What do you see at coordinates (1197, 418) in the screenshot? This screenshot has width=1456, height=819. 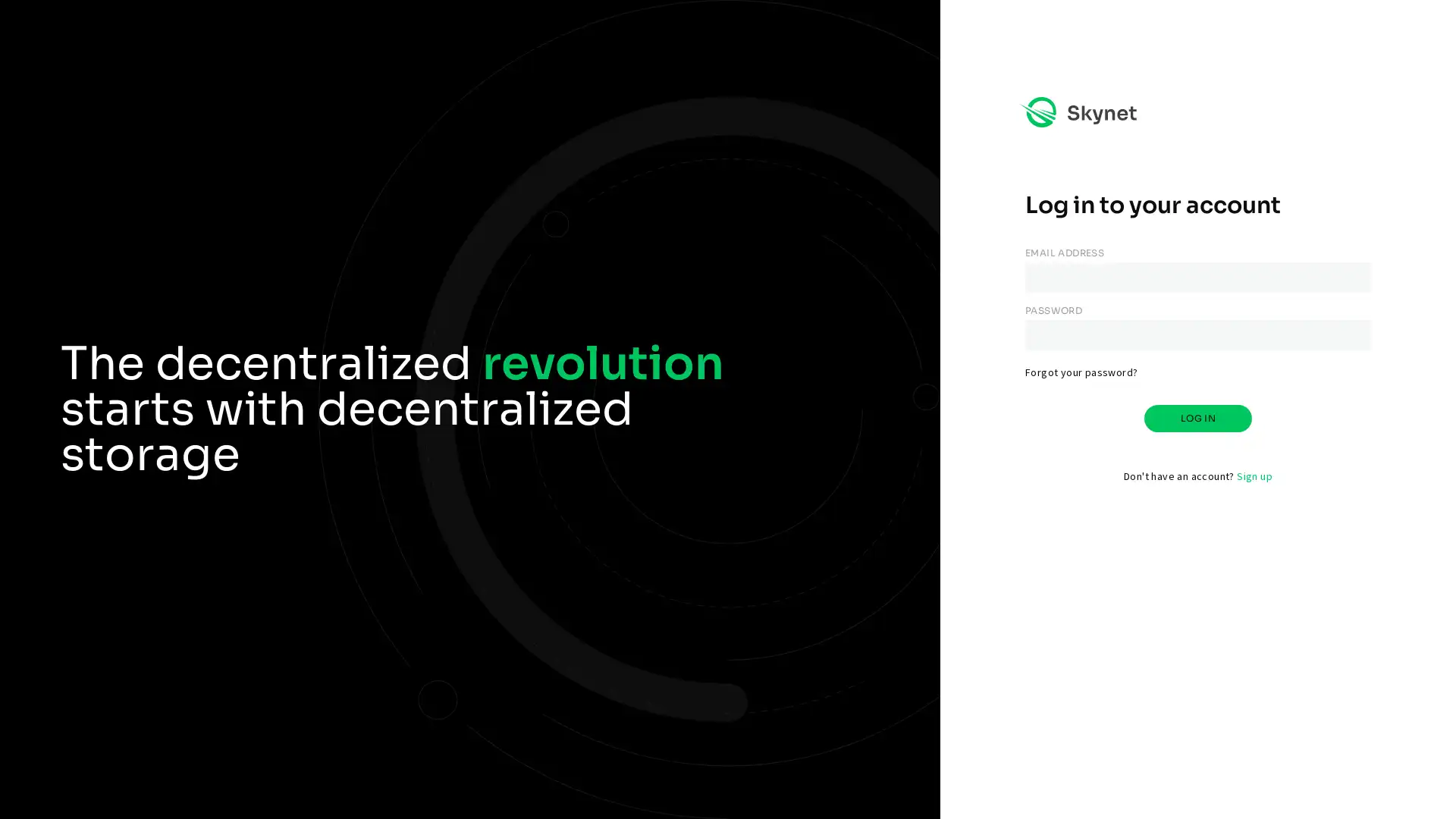 I see `LOG IN` at bounding box center [1197, 418].